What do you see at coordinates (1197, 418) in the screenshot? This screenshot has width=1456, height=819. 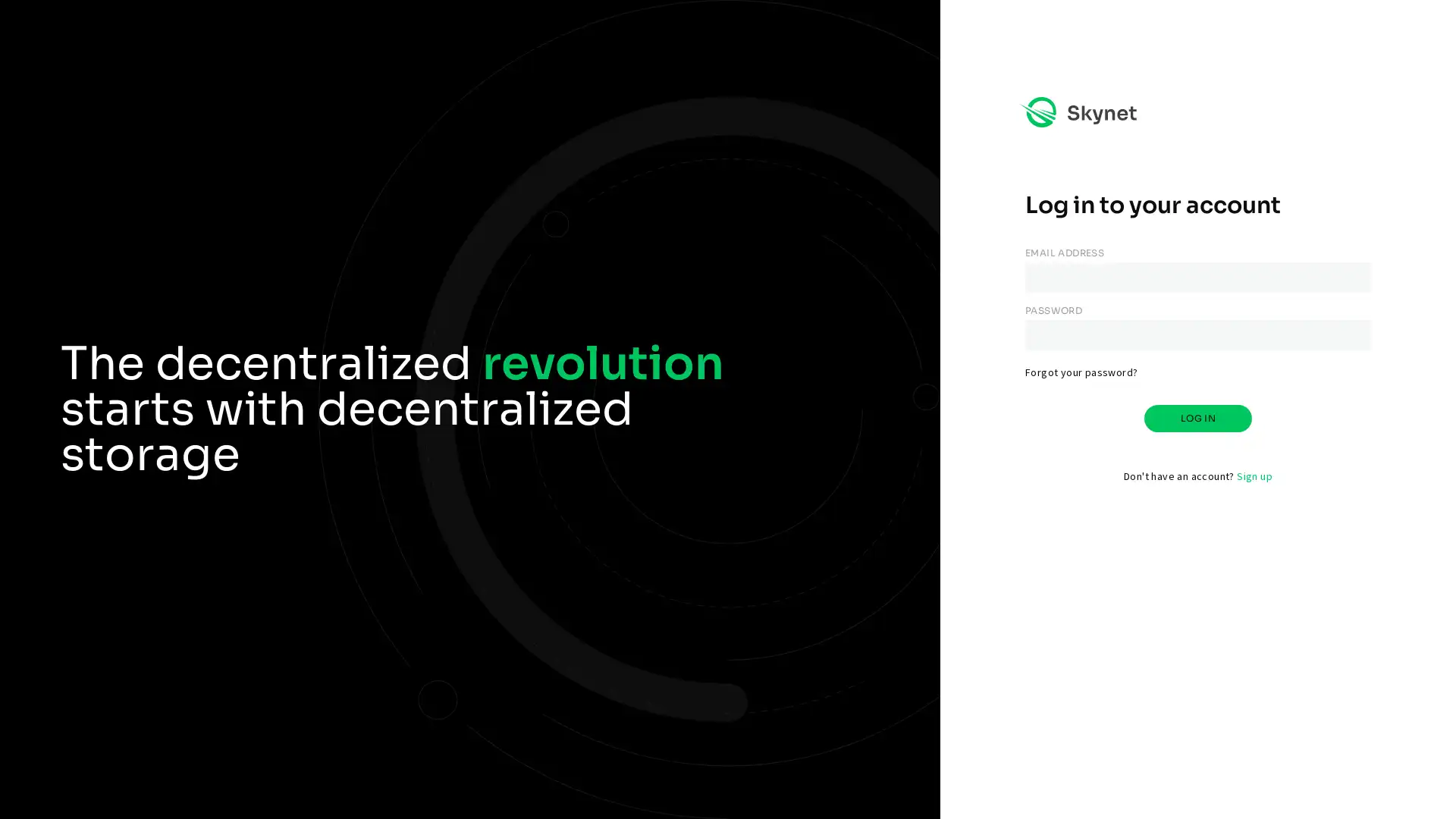 I see `LOG IN` at bounding box center [1197, 418].